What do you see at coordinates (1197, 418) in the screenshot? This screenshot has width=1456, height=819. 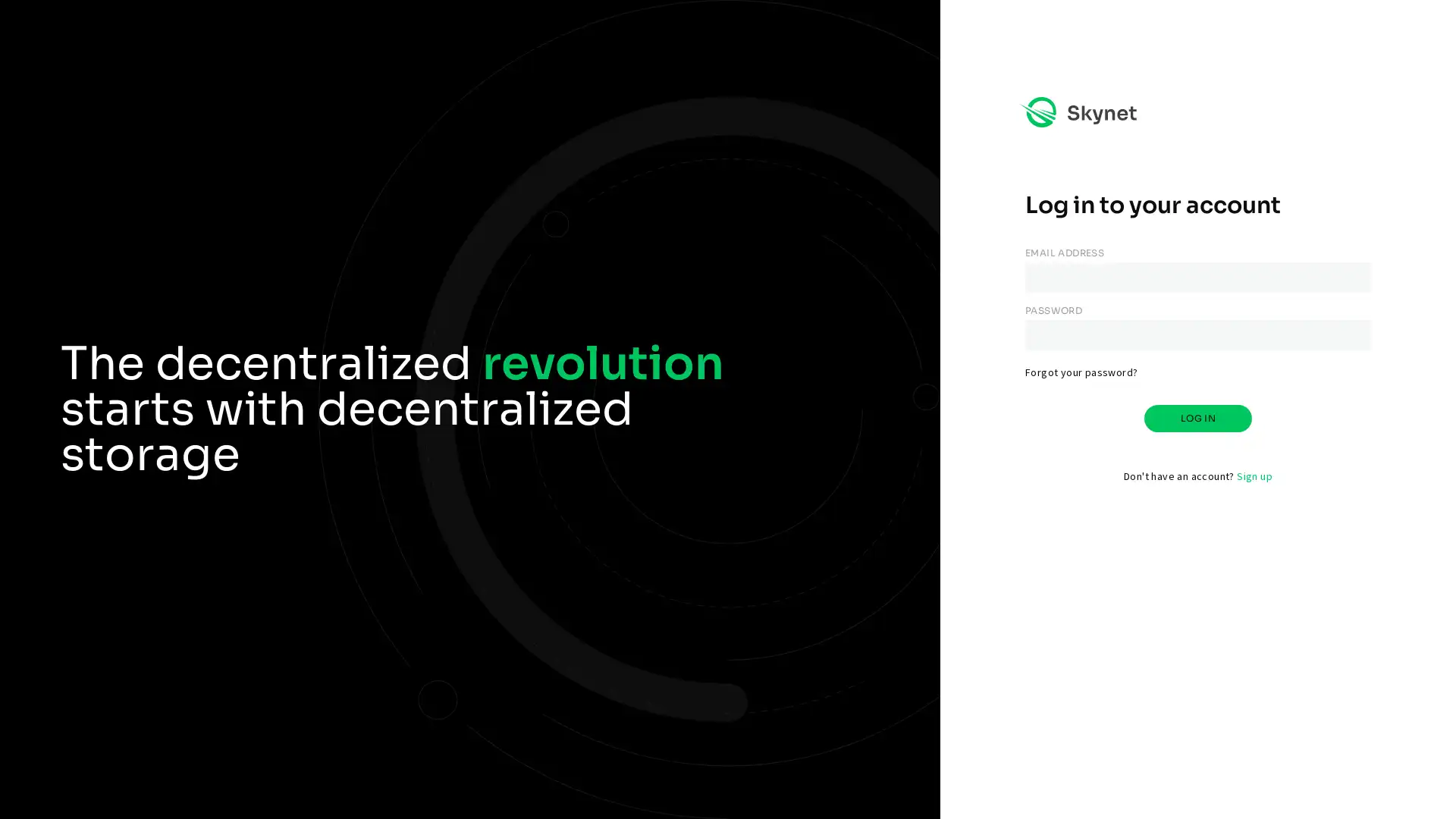 I see `LOG IN` at bounding box center [1197, 418].